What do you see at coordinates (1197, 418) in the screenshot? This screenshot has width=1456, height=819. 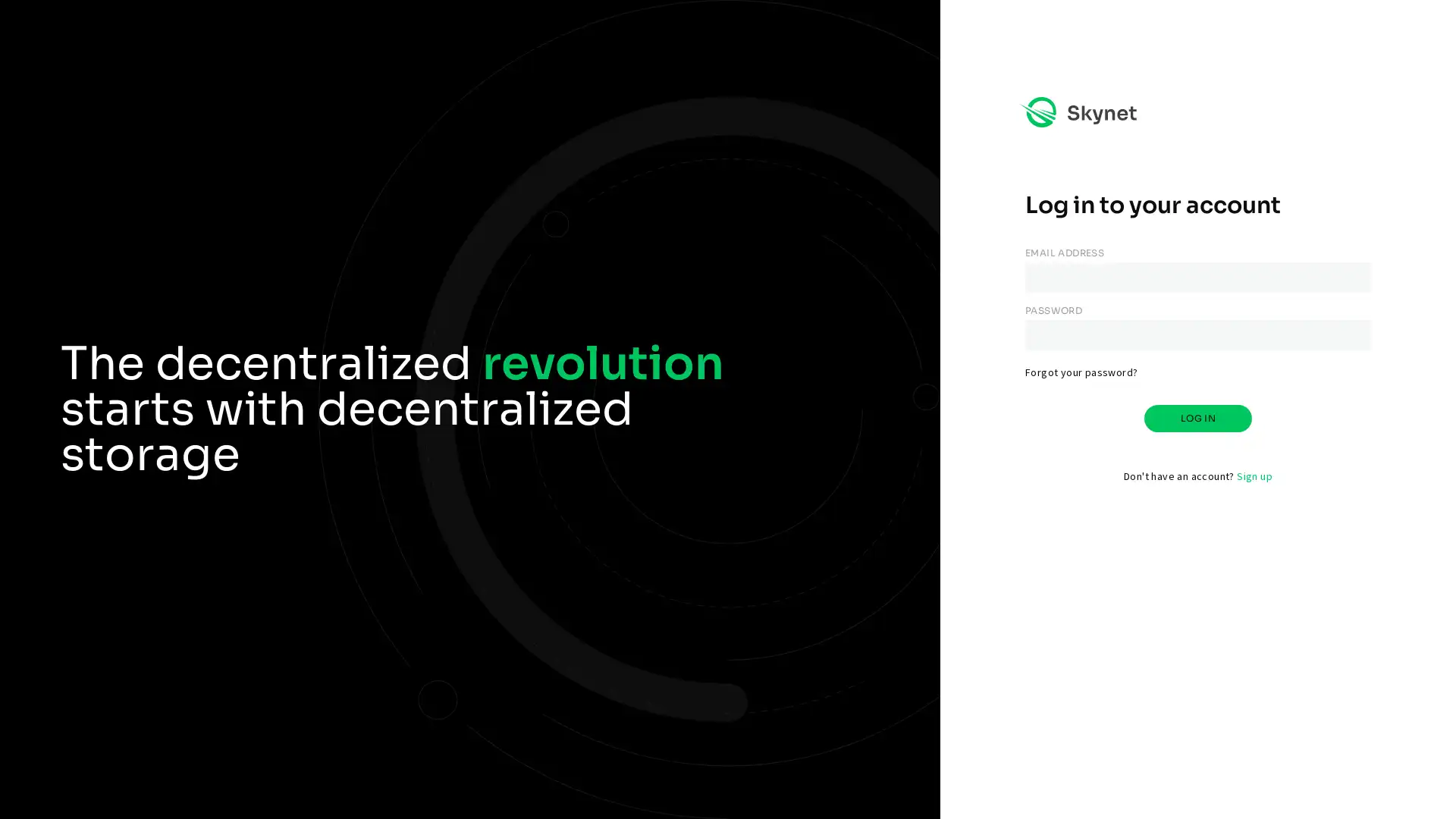 I see `LOG IN` at bounding box center [1197, 418].